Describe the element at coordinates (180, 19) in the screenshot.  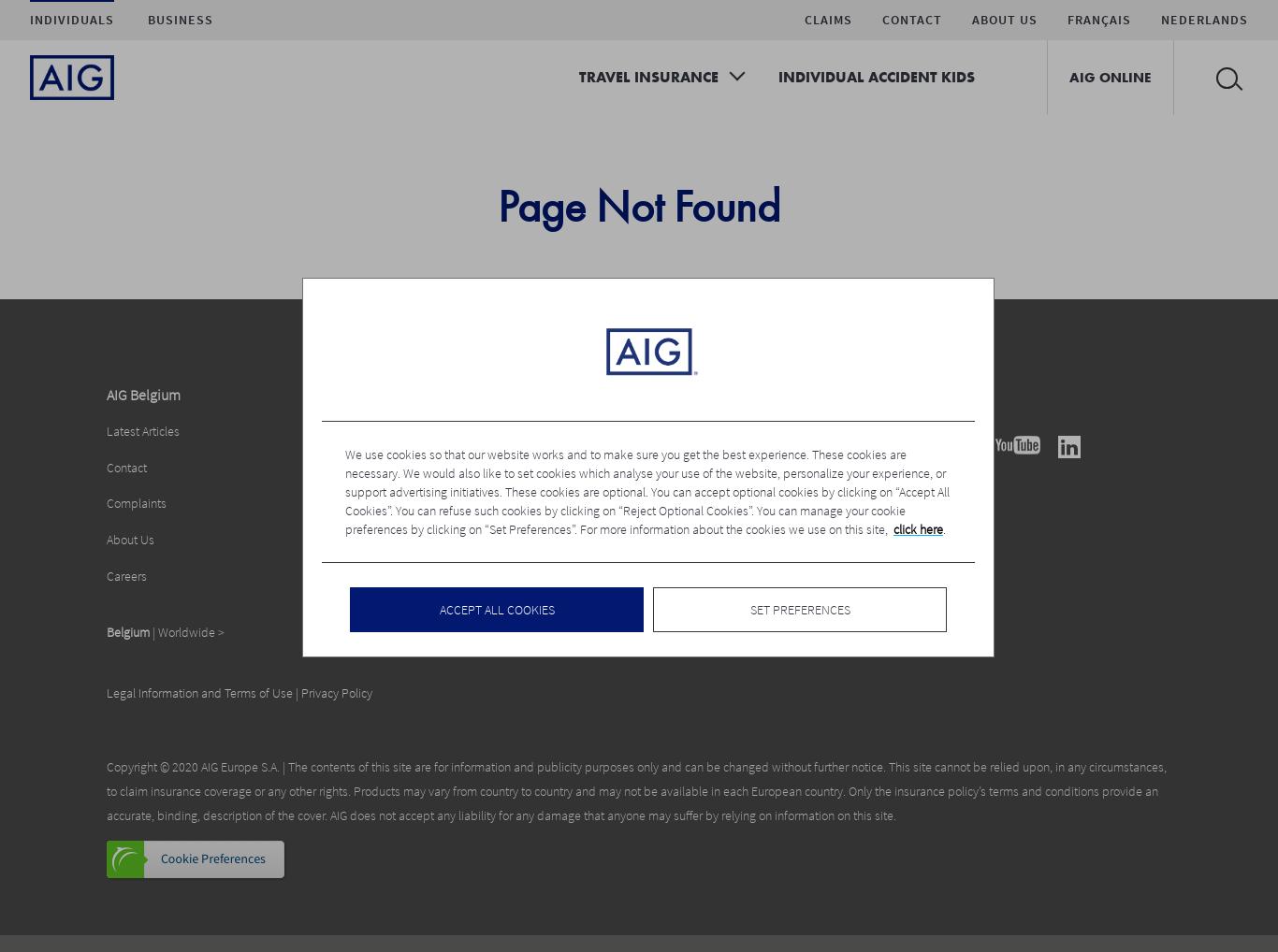
I see `'Business'` at that location.